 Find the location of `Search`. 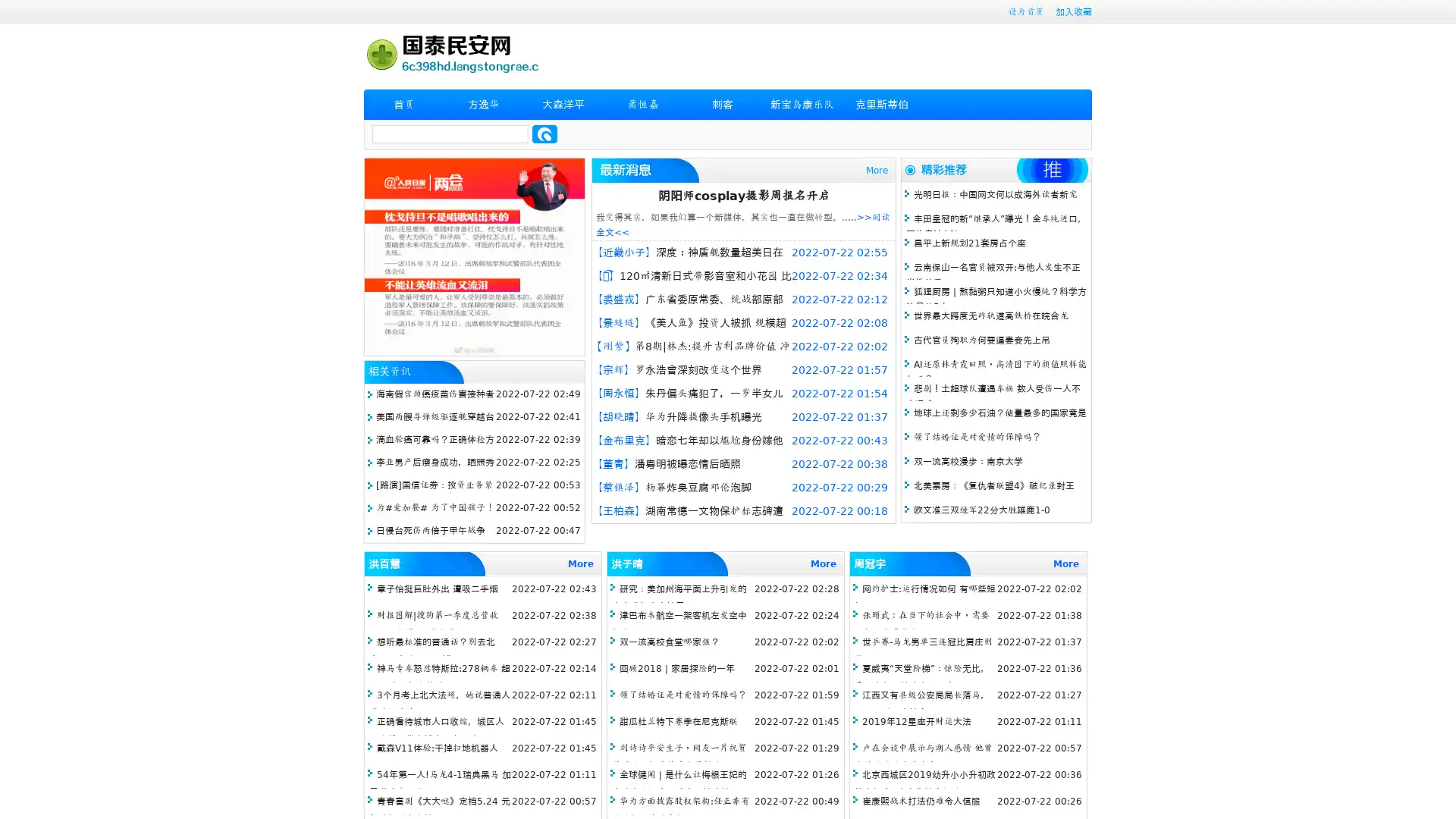

Search is located at coordinates (544, 133).